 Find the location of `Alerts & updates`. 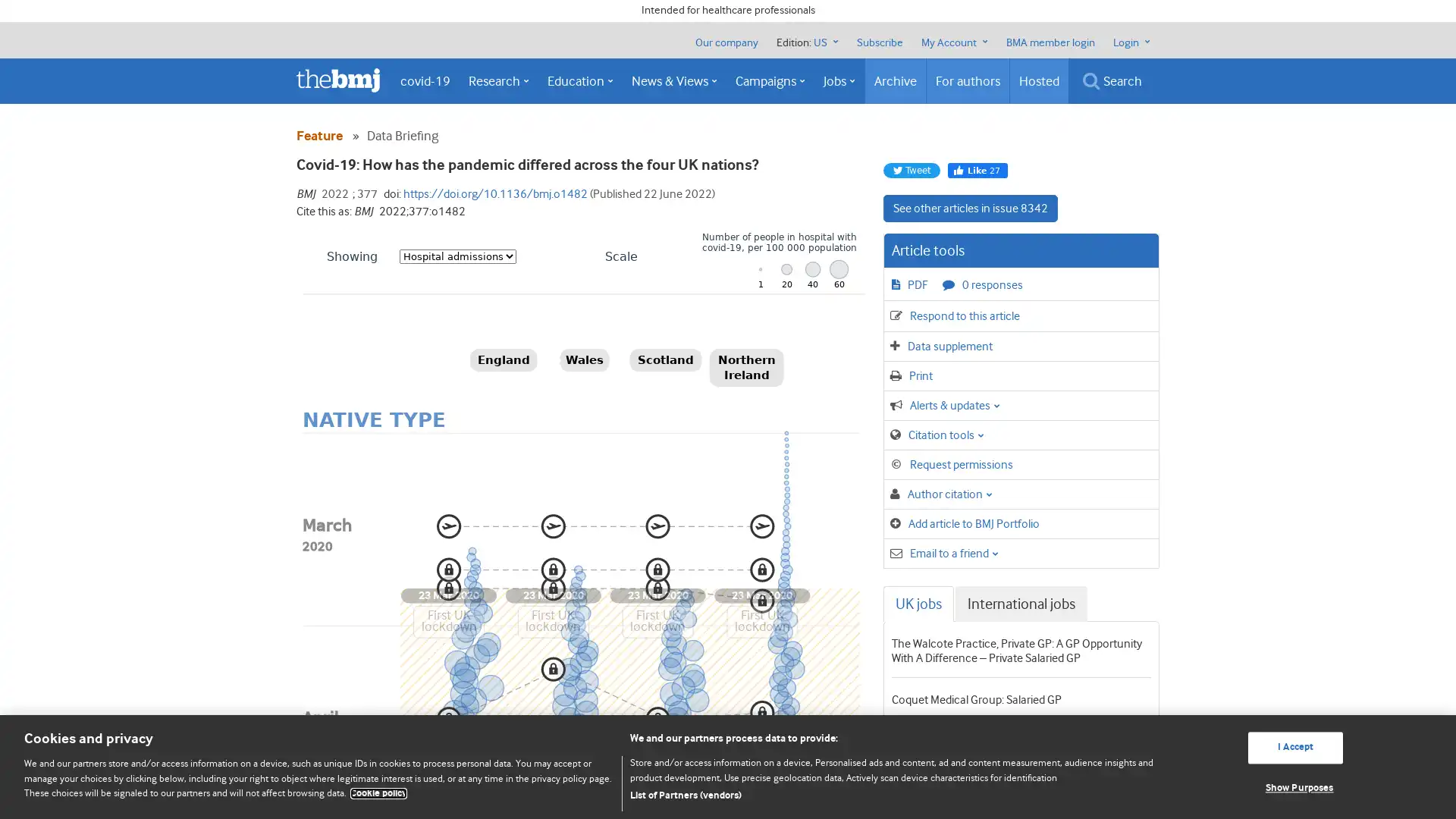

Alerts & updates is located at coordinates (952, 405).